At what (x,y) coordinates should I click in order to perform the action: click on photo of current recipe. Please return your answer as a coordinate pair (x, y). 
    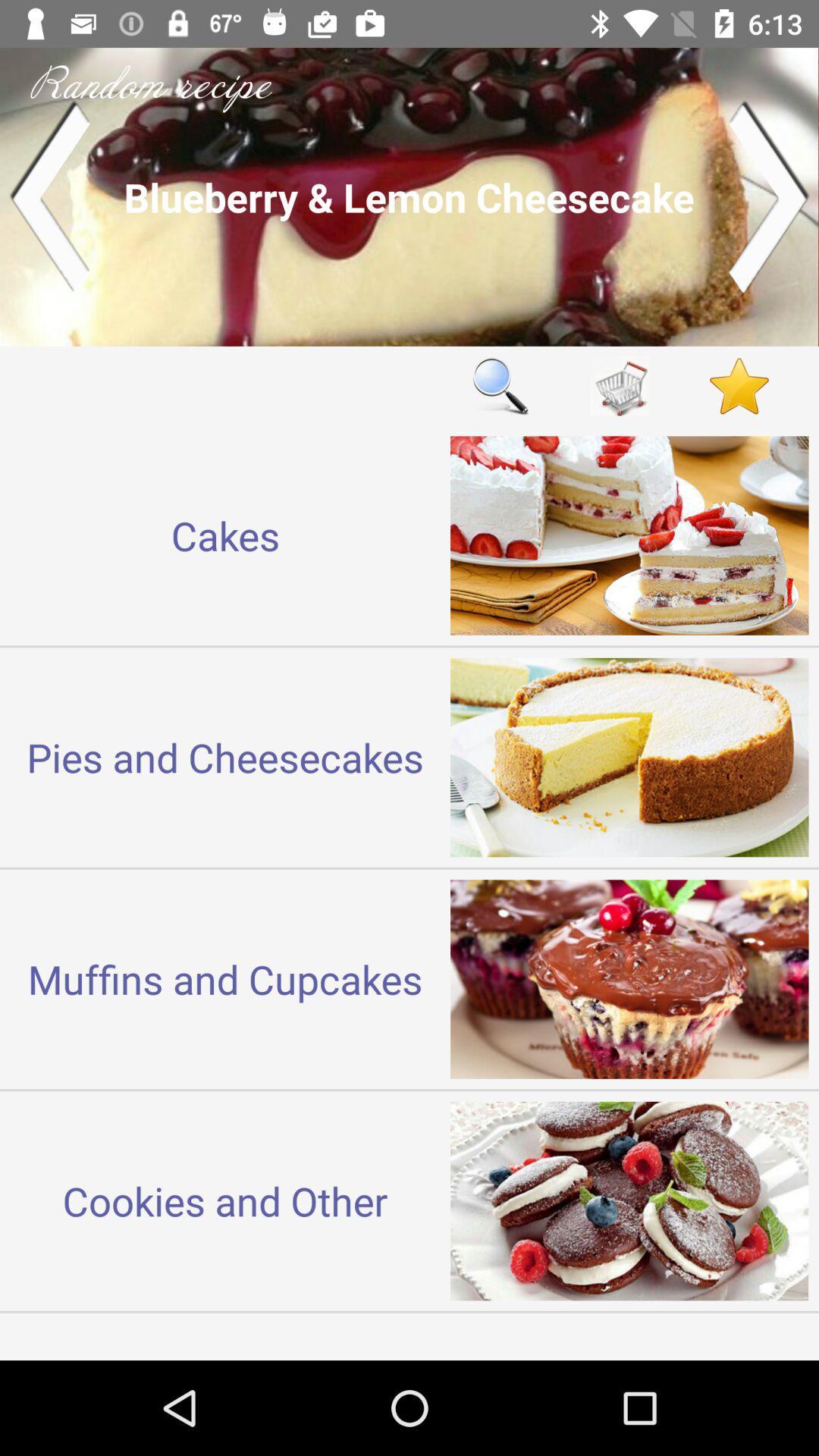
    Looking at the image, I should click on (409, 196).